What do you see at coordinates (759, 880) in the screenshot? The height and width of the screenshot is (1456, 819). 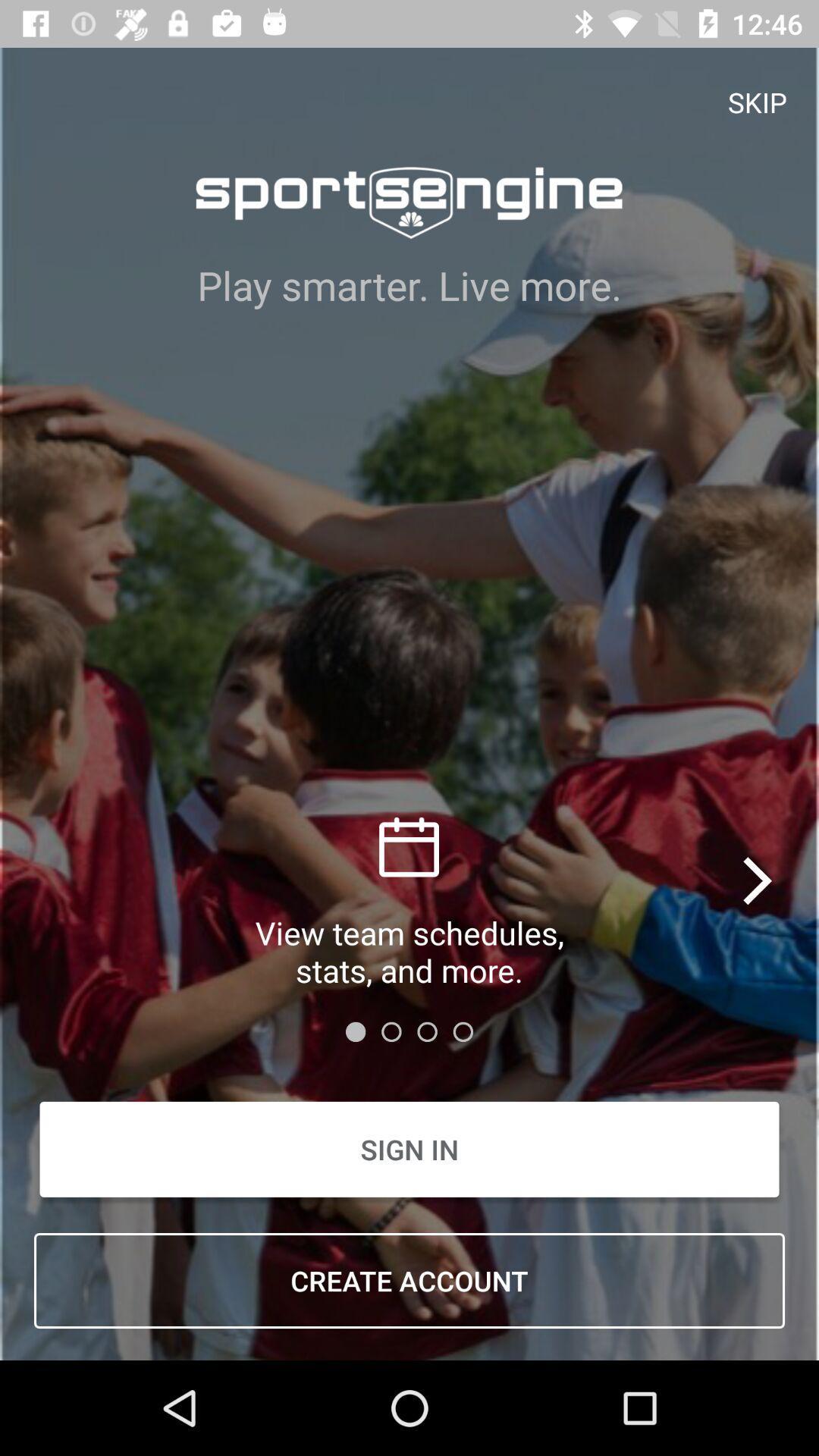 I see `the icon below play smarter live` at bounding box center [759, 880].